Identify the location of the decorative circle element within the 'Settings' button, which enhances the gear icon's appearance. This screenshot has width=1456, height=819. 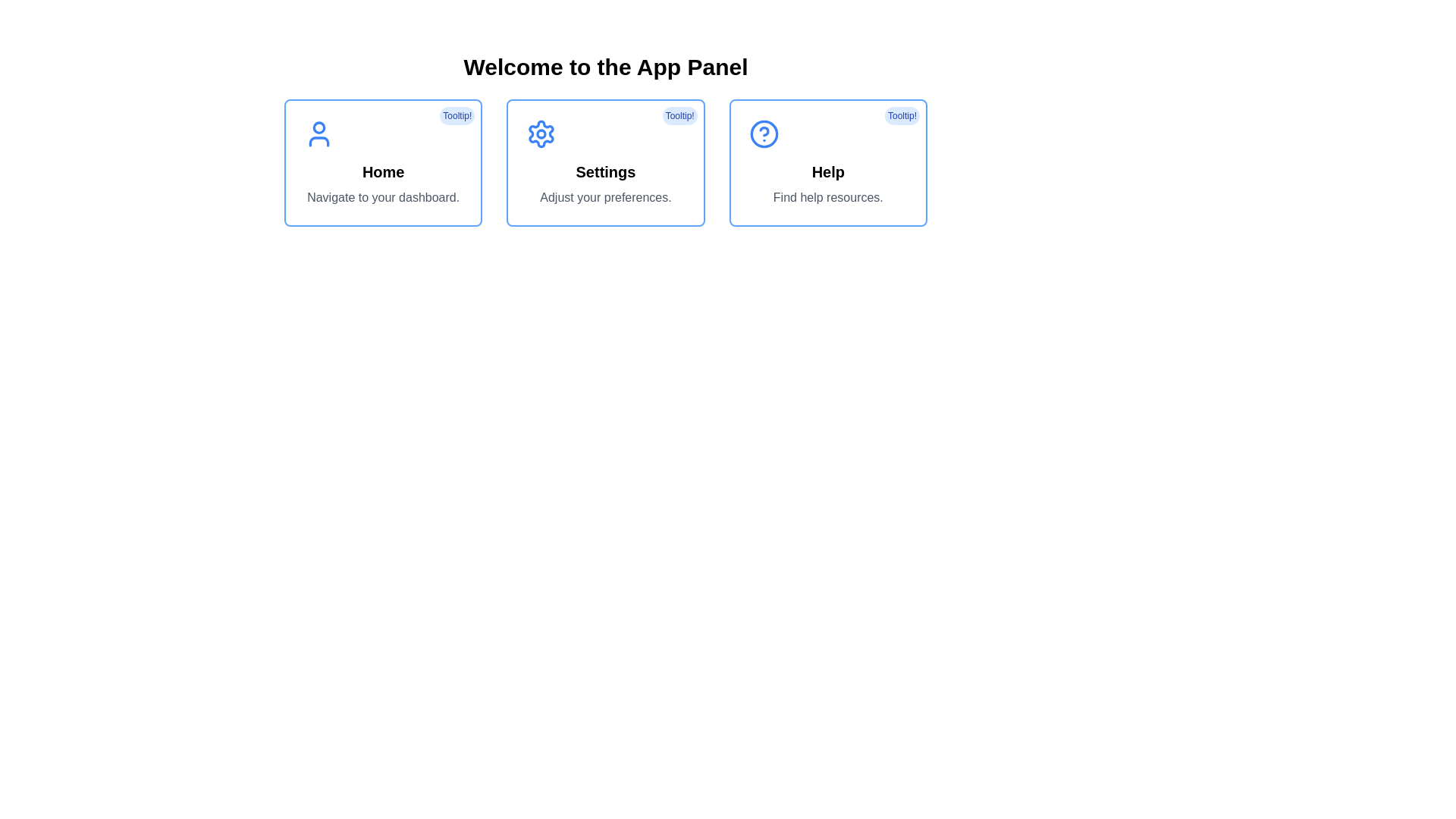
(541, 133).